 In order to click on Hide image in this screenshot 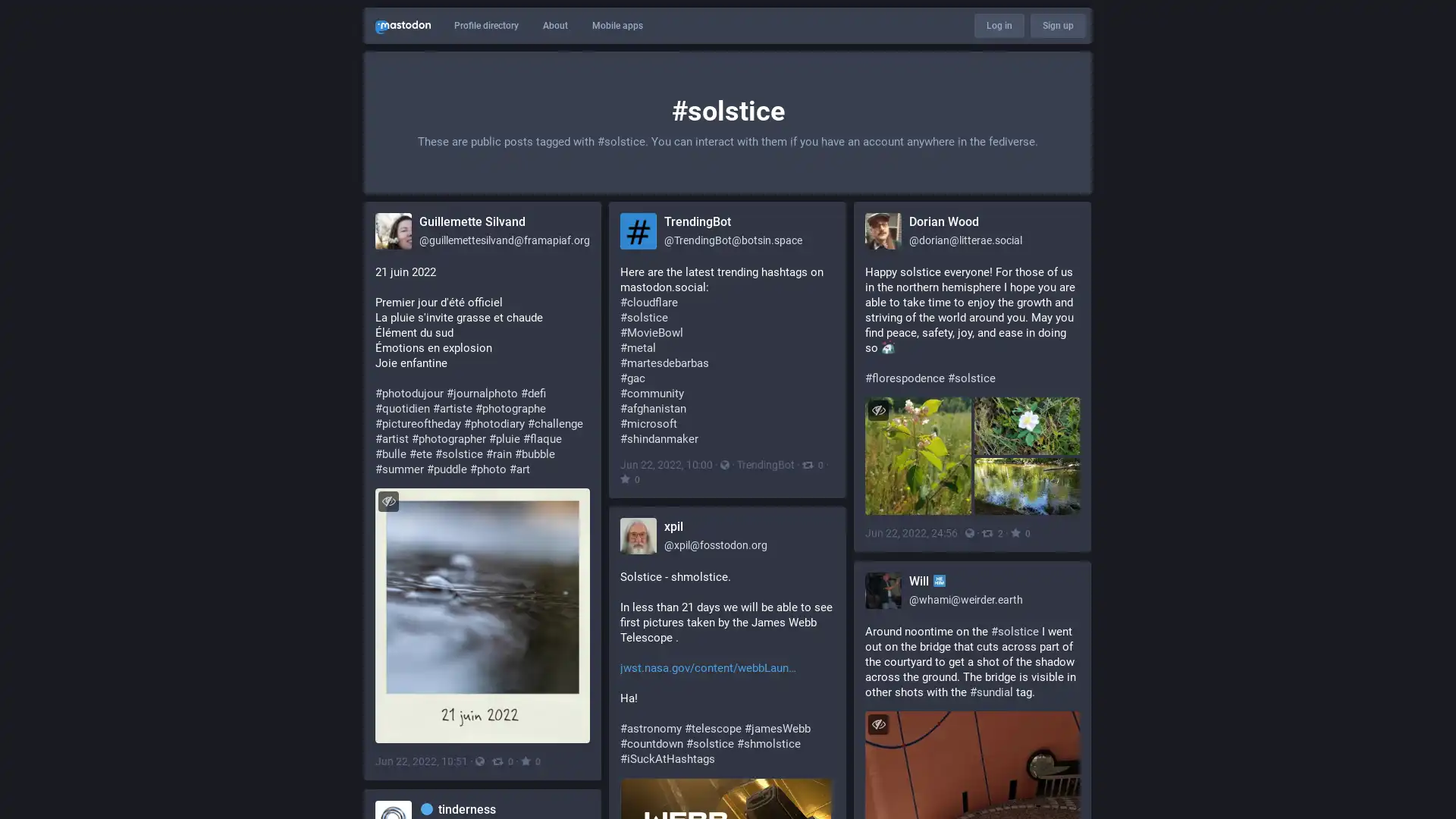, I will do `click(388, 500)`.